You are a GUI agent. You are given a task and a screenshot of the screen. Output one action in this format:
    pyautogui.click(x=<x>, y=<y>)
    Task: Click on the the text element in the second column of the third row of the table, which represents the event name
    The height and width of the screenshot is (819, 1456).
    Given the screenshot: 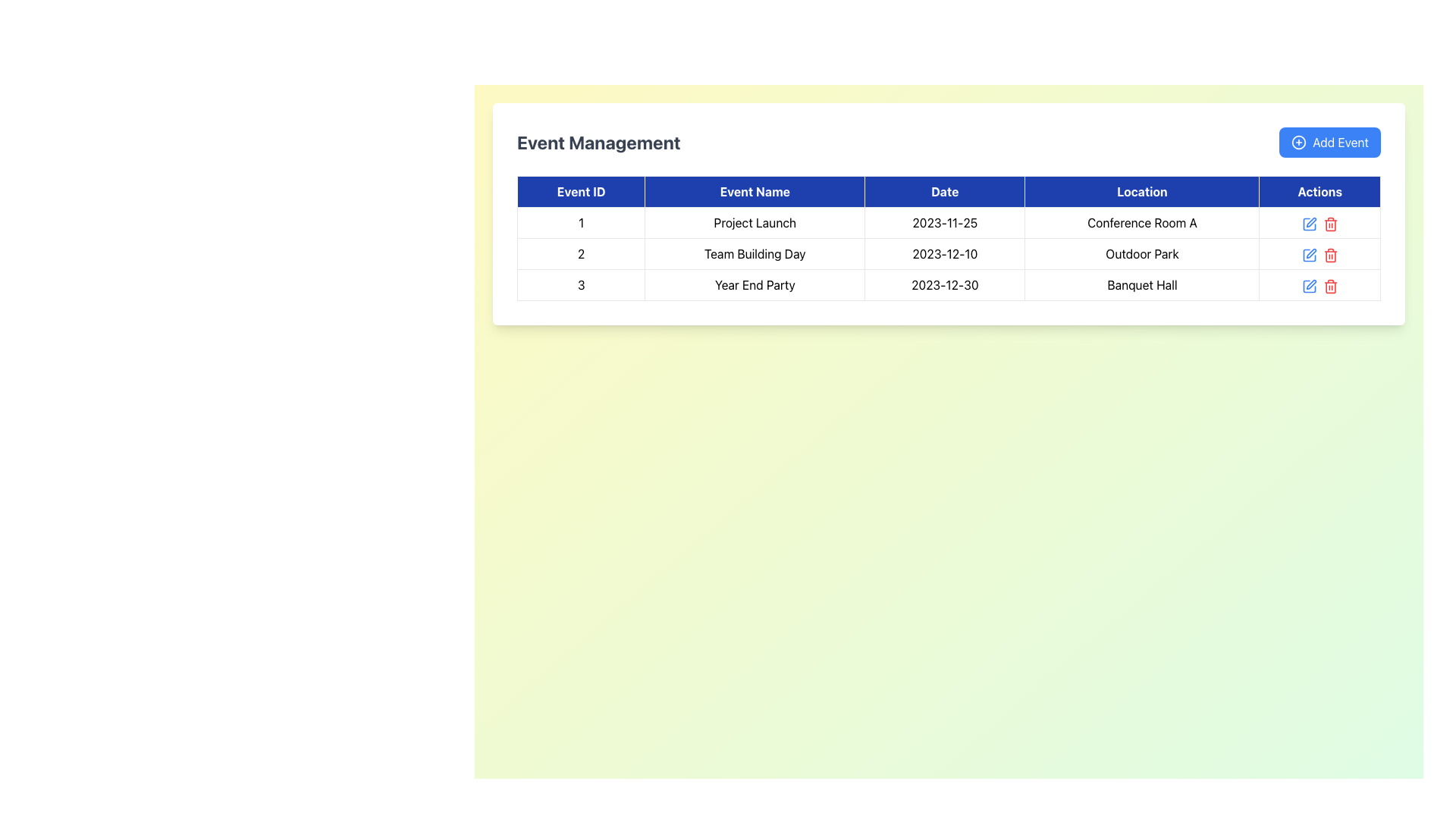 What is the action you would take?
    pyautogui.click(x=755, y=284)
    